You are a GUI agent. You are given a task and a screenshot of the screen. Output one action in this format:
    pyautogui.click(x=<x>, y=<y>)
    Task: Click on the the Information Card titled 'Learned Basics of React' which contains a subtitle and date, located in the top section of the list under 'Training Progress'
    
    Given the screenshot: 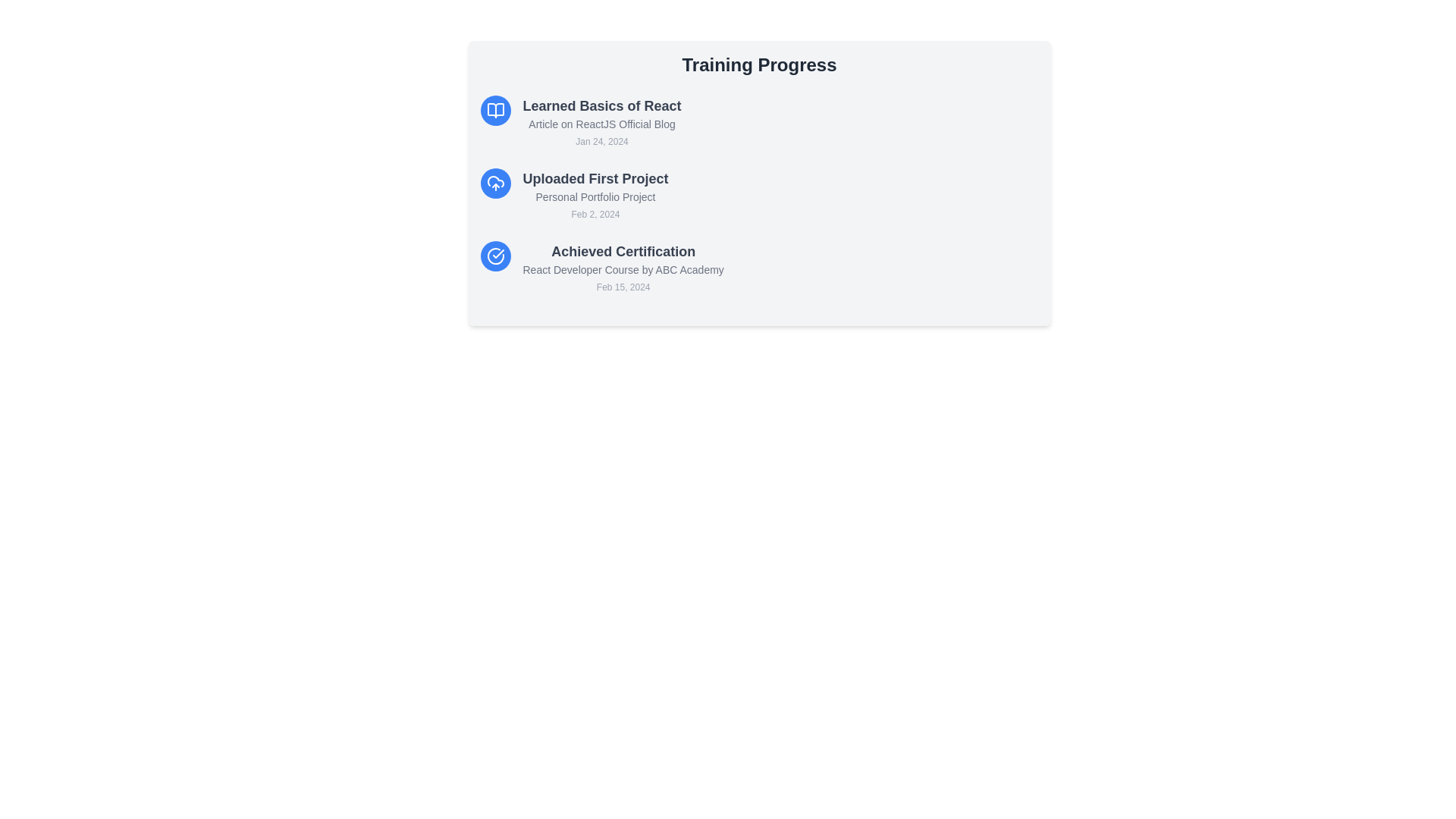 What is the action you would take?
    pyautogui.click(x=759, y=122)
    